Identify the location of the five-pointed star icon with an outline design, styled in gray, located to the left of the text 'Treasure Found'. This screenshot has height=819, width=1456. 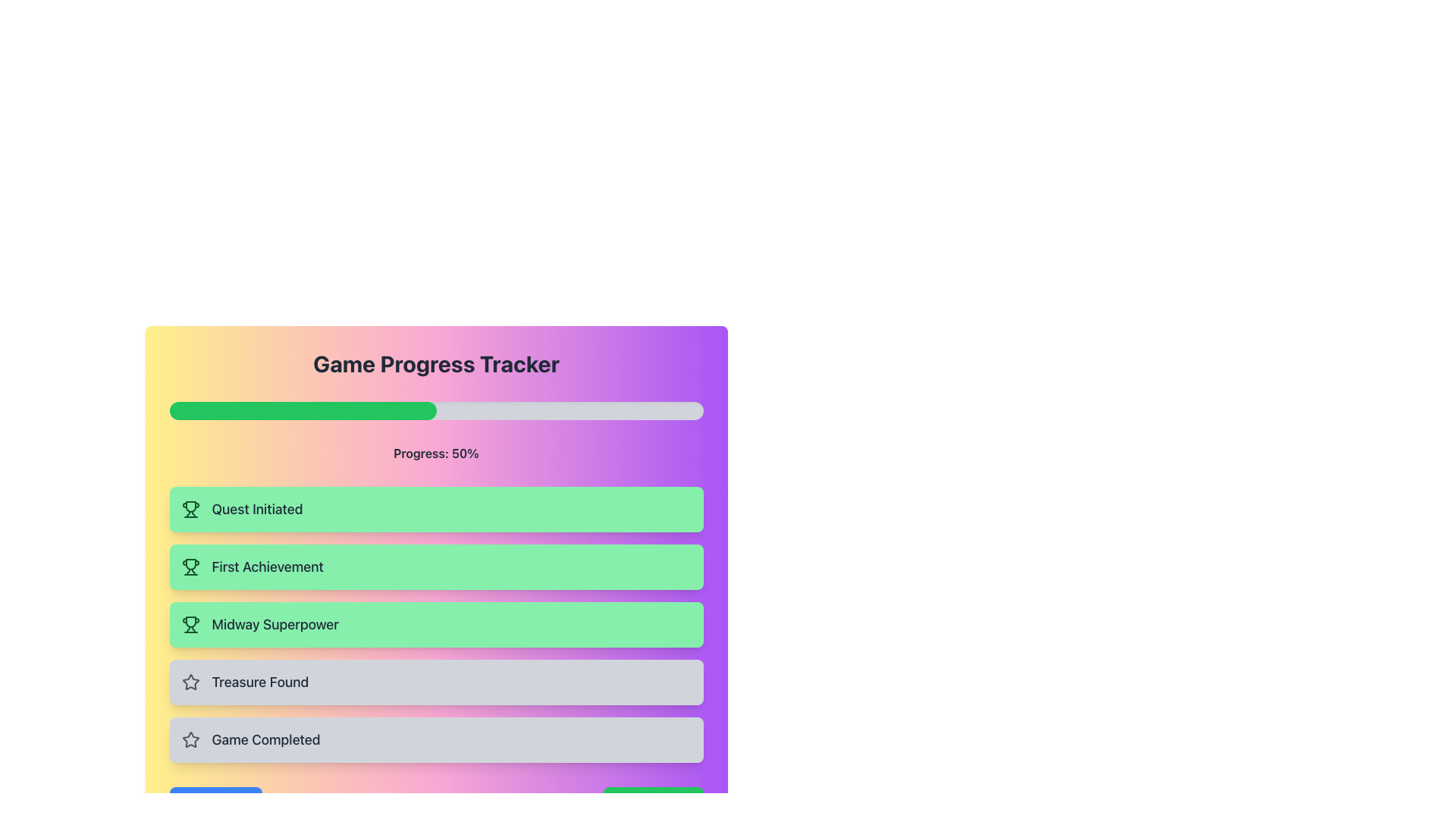
(190, 681).